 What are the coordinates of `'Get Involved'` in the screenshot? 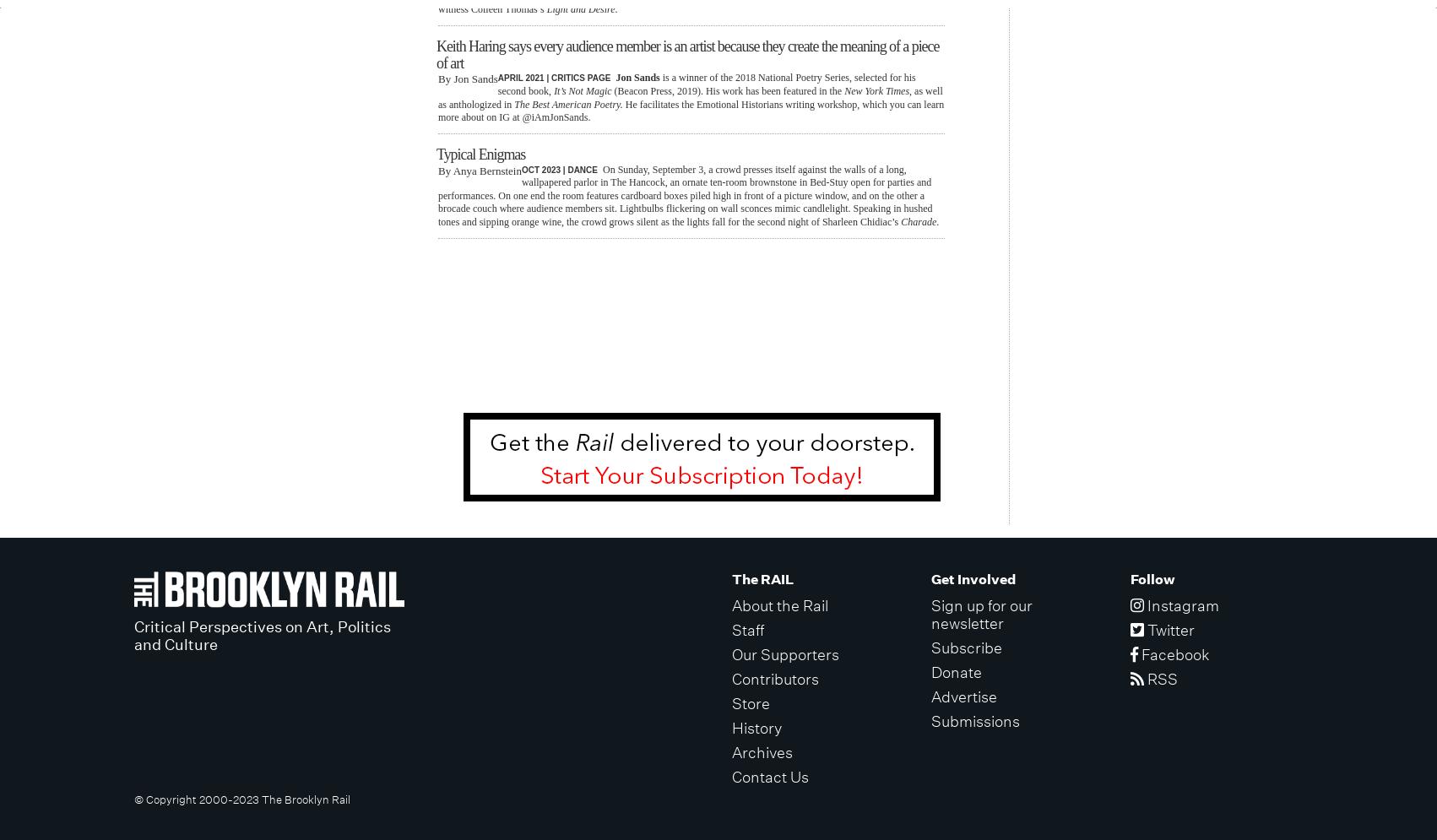 It's located at (973, 577).